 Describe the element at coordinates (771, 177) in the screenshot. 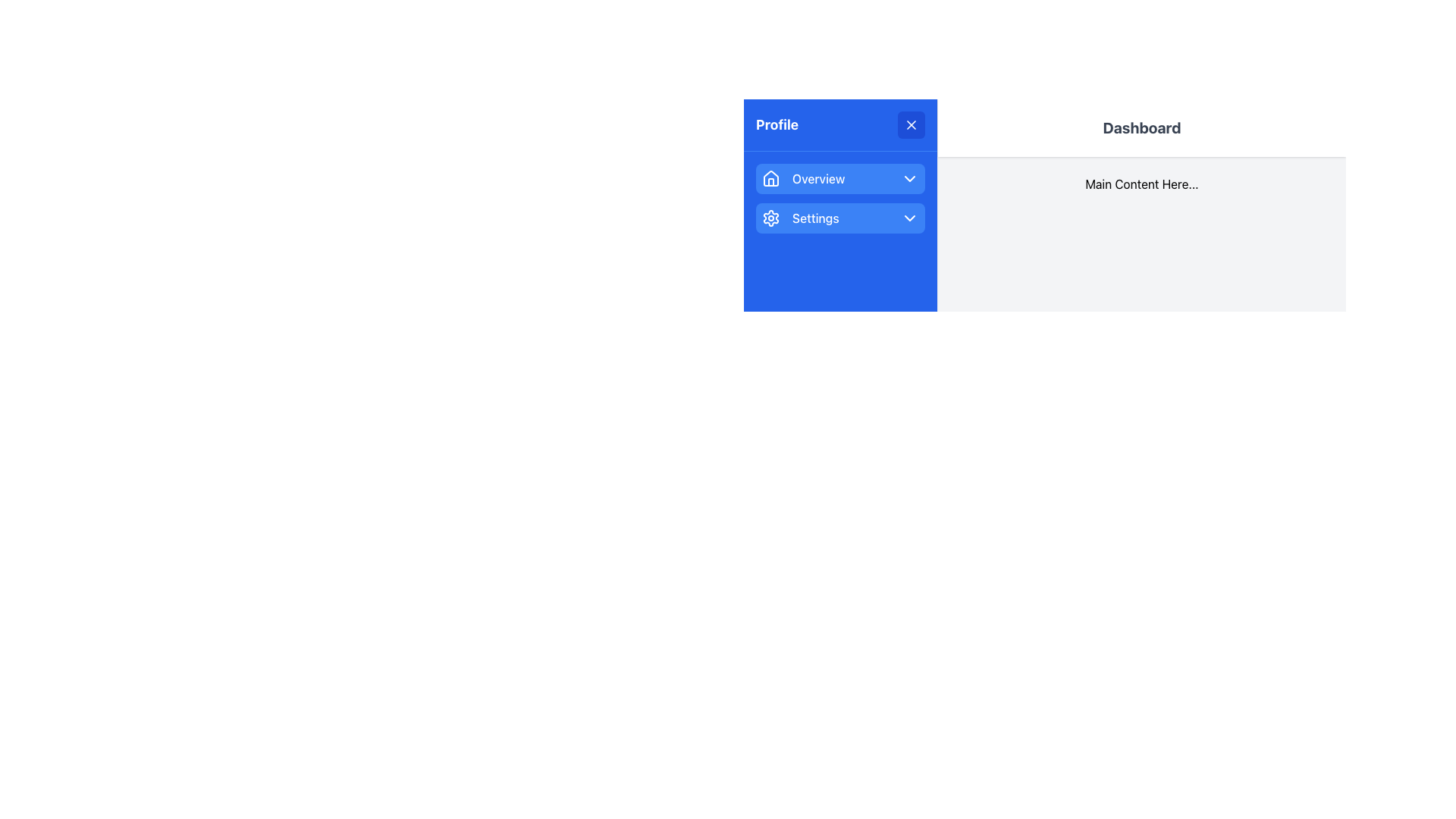

I see `the 'home' icon (SVG graphic) located to the left of the 'Overview' text in the 'Profile' section` at that location.